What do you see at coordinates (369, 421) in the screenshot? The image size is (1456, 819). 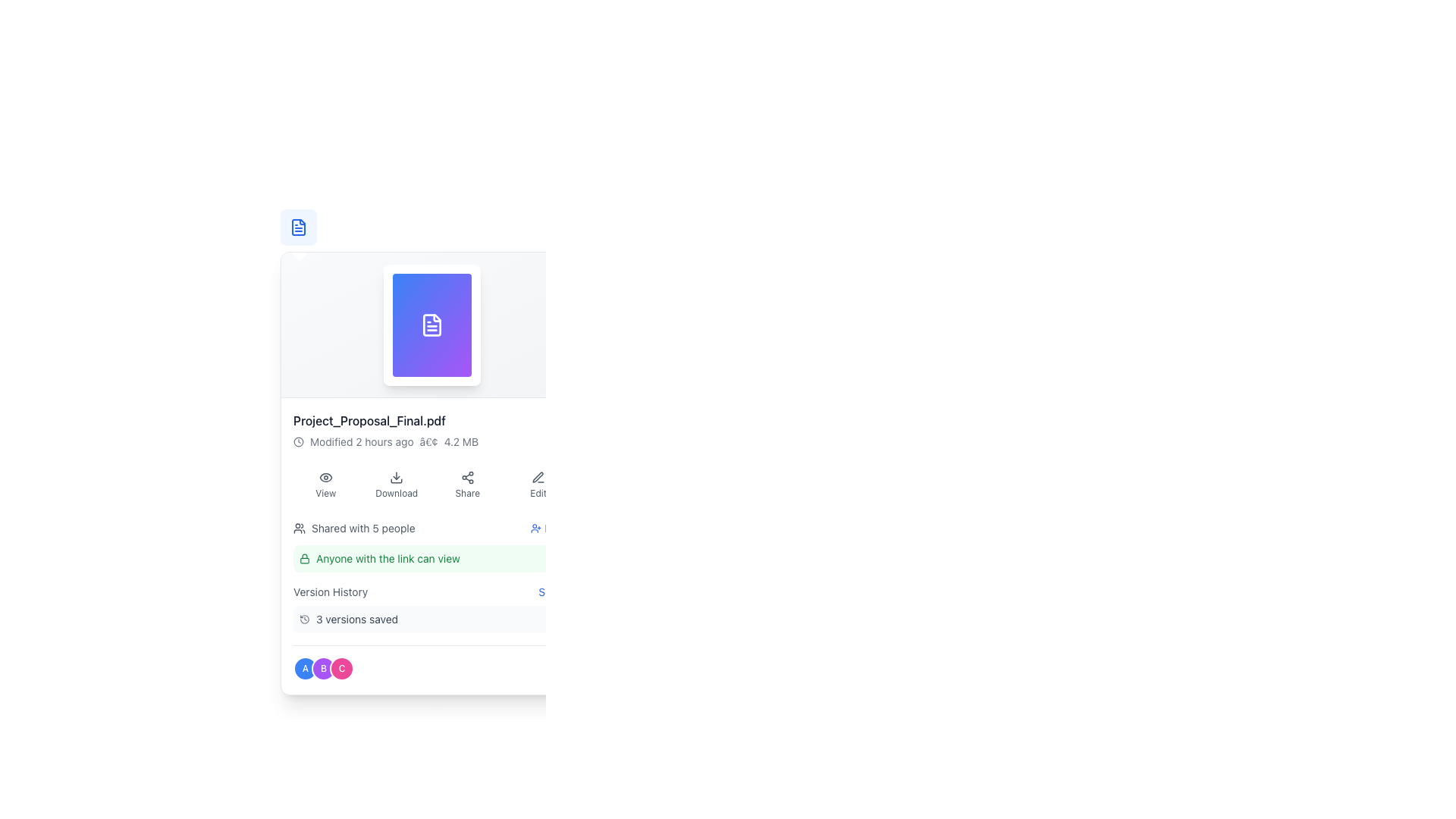 I see `the text label displaying the file name 'Project_Proposal_Final.pdf', which is styled in bold and dark gray color, positioned prominently below the file preview` at bounding box center [369, 421].